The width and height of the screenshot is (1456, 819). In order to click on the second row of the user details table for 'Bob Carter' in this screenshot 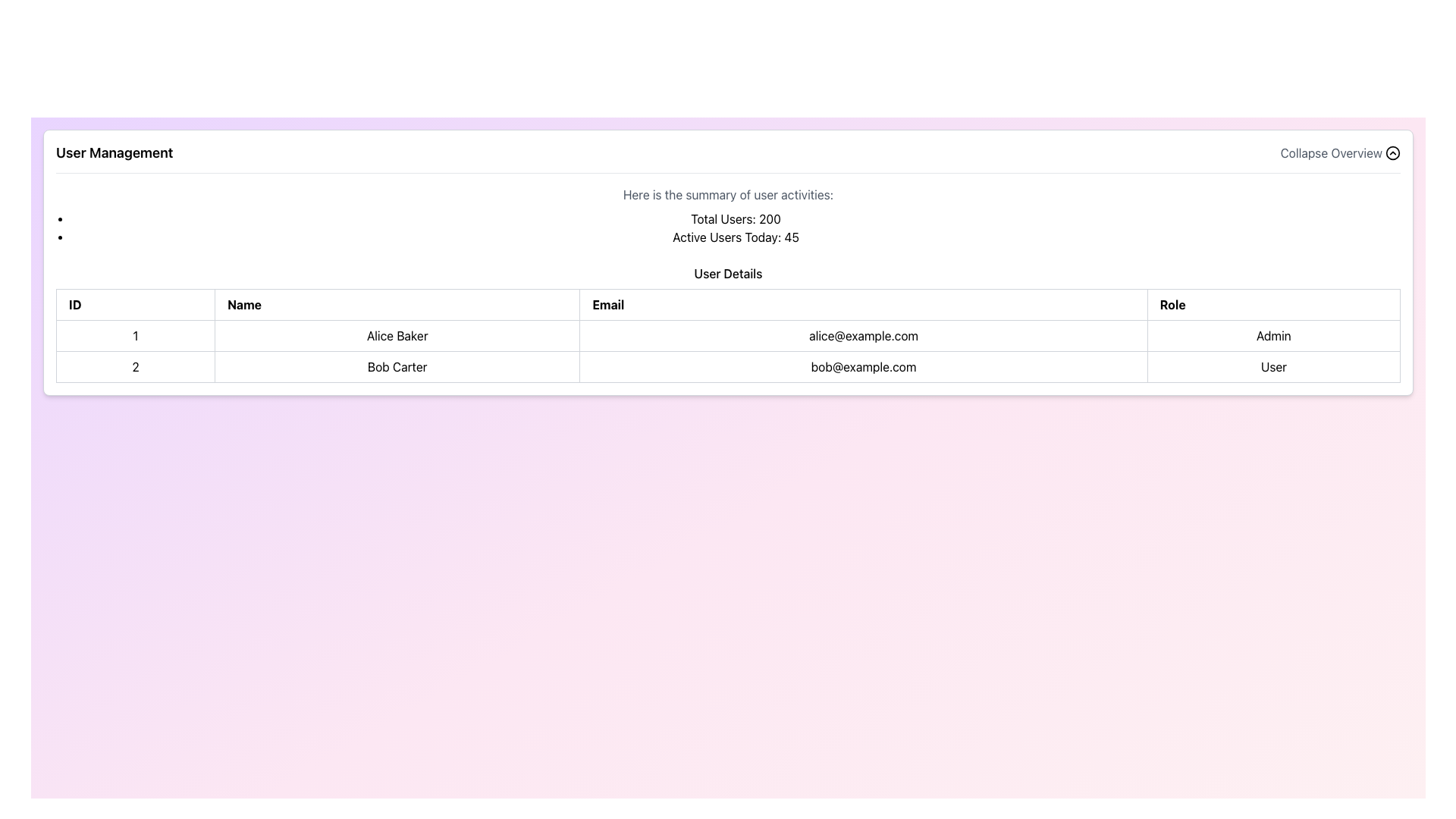, I will do `click(728, 366)`.